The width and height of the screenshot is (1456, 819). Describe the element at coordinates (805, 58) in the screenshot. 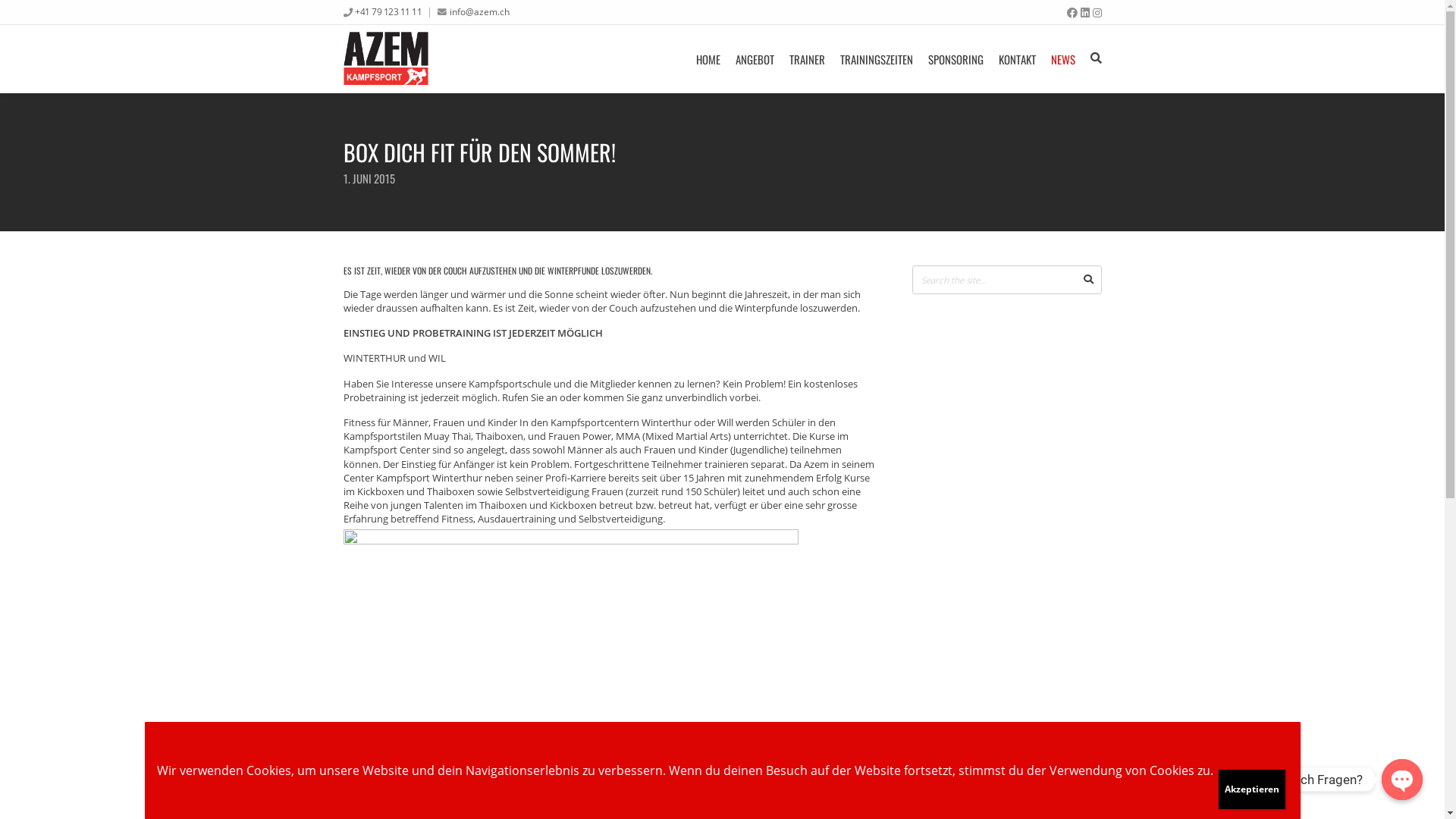

I see `'TRAINER'` at that location.